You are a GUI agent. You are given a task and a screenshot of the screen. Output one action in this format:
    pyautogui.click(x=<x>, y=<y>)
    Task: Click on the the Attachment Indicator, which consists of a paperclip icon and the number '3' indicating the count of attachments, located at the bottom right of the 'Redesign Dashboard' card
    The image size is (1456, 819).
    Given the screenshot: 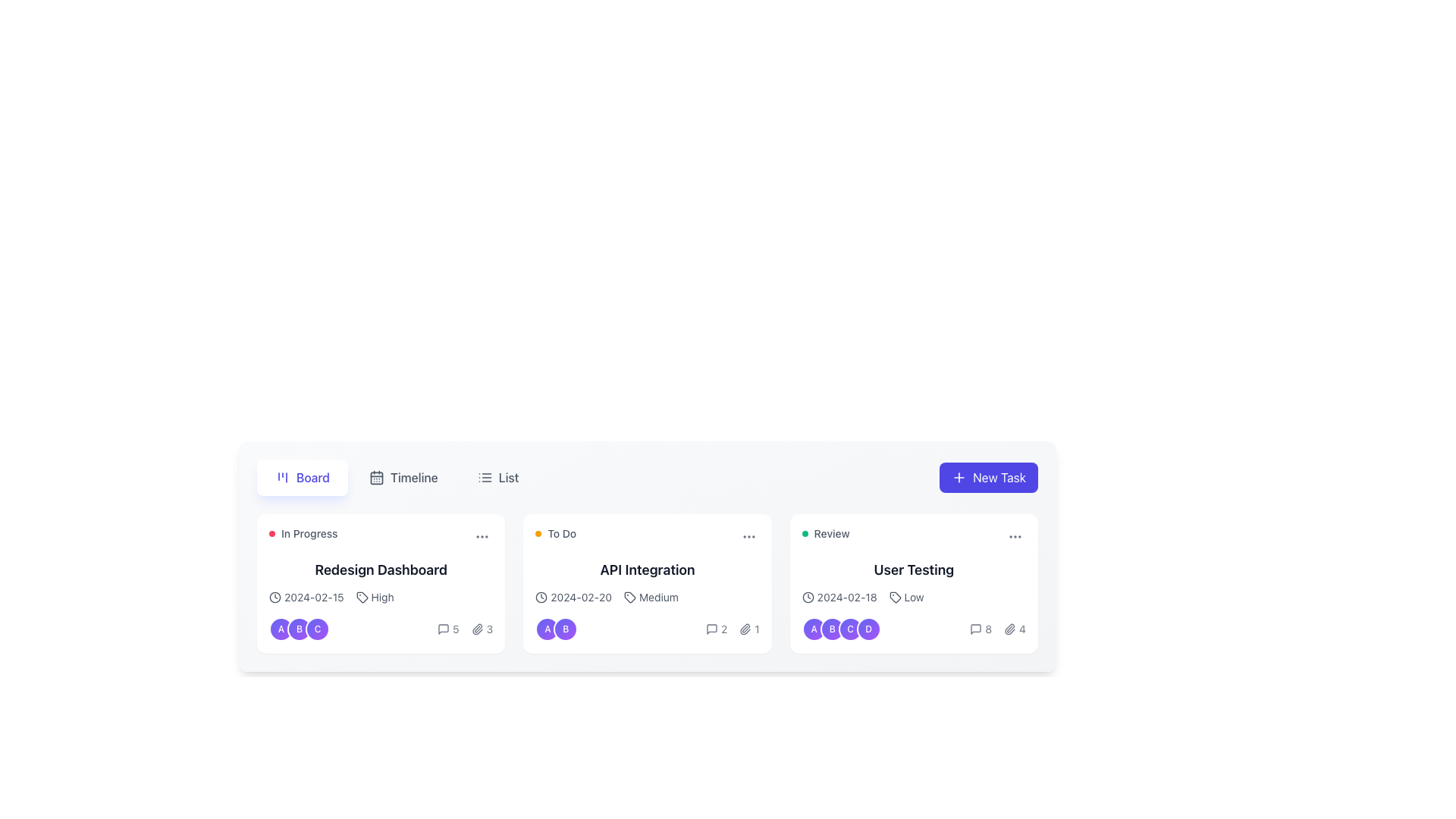 What is the action you would take?
    pyautogui.click(x=482, y=629)
    